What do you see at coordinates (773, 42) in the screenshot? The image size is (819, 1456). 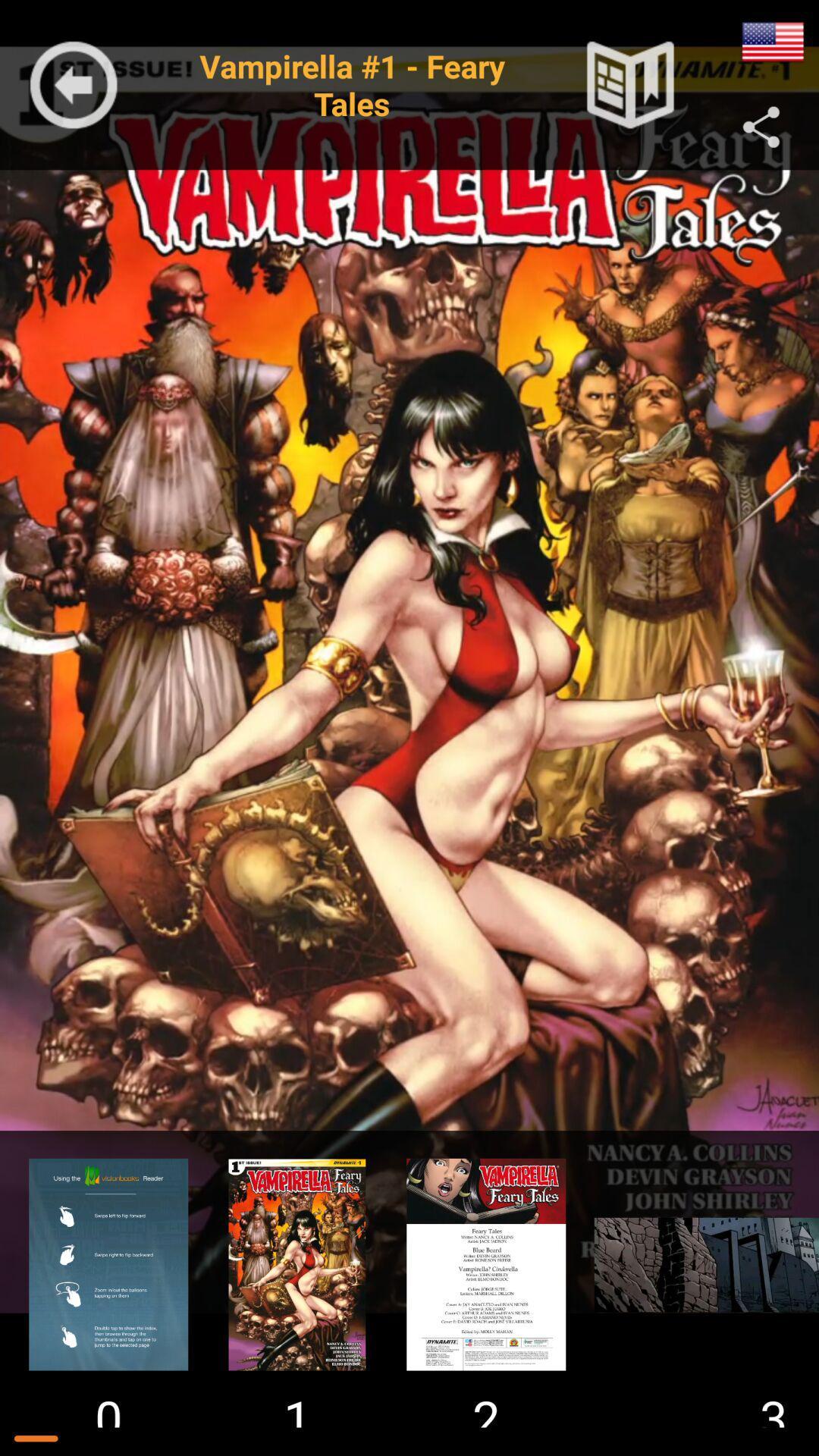 I see `change the language` at bounding box center [773, 42].